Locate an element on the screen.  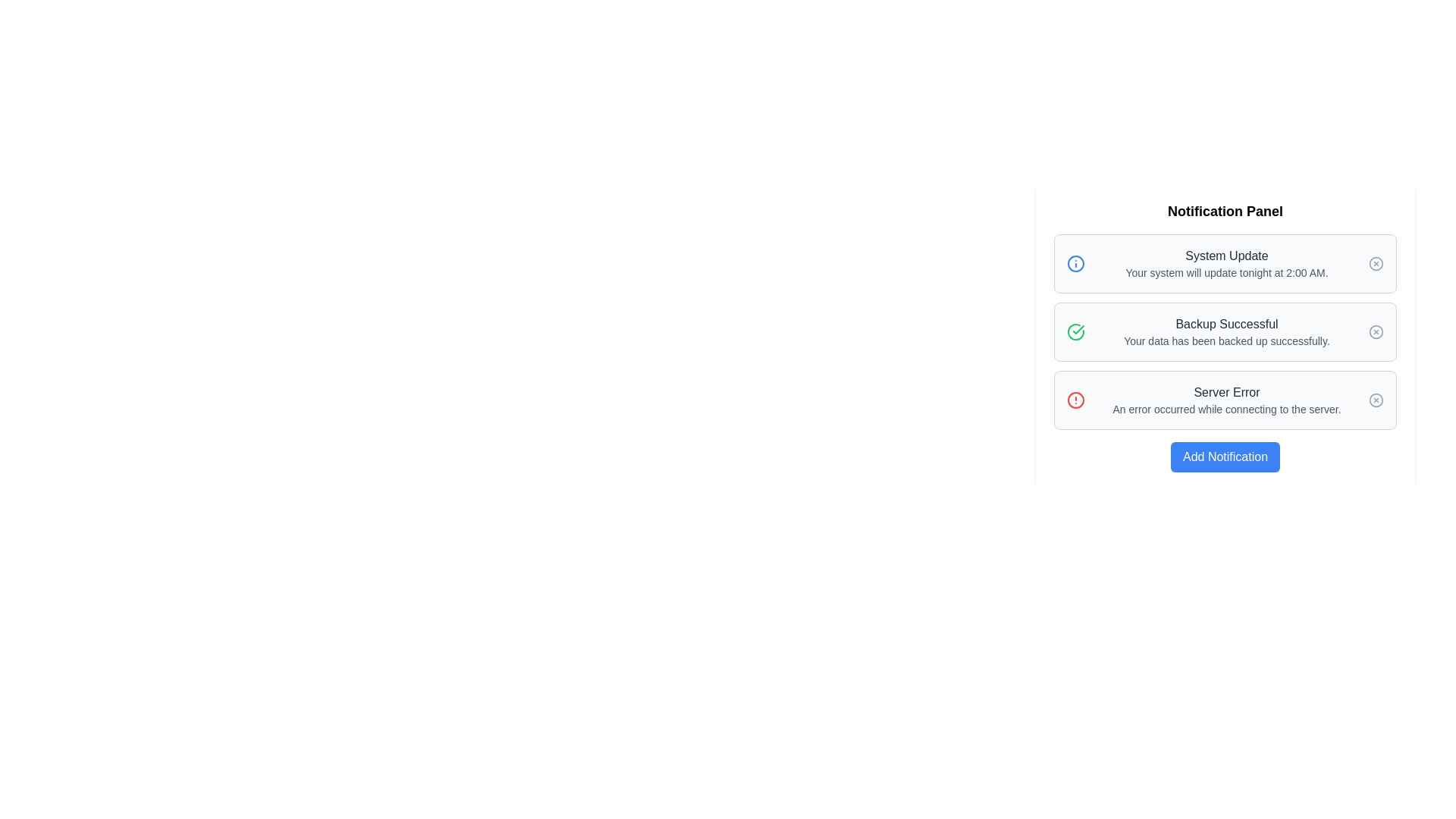
information displayed in the 'System Update' notification card, which has a light gray background and contains the title 'System Update' and the message 'Your system will update tonight at 2:00 AM.' is located at coordinates (1225, 262).